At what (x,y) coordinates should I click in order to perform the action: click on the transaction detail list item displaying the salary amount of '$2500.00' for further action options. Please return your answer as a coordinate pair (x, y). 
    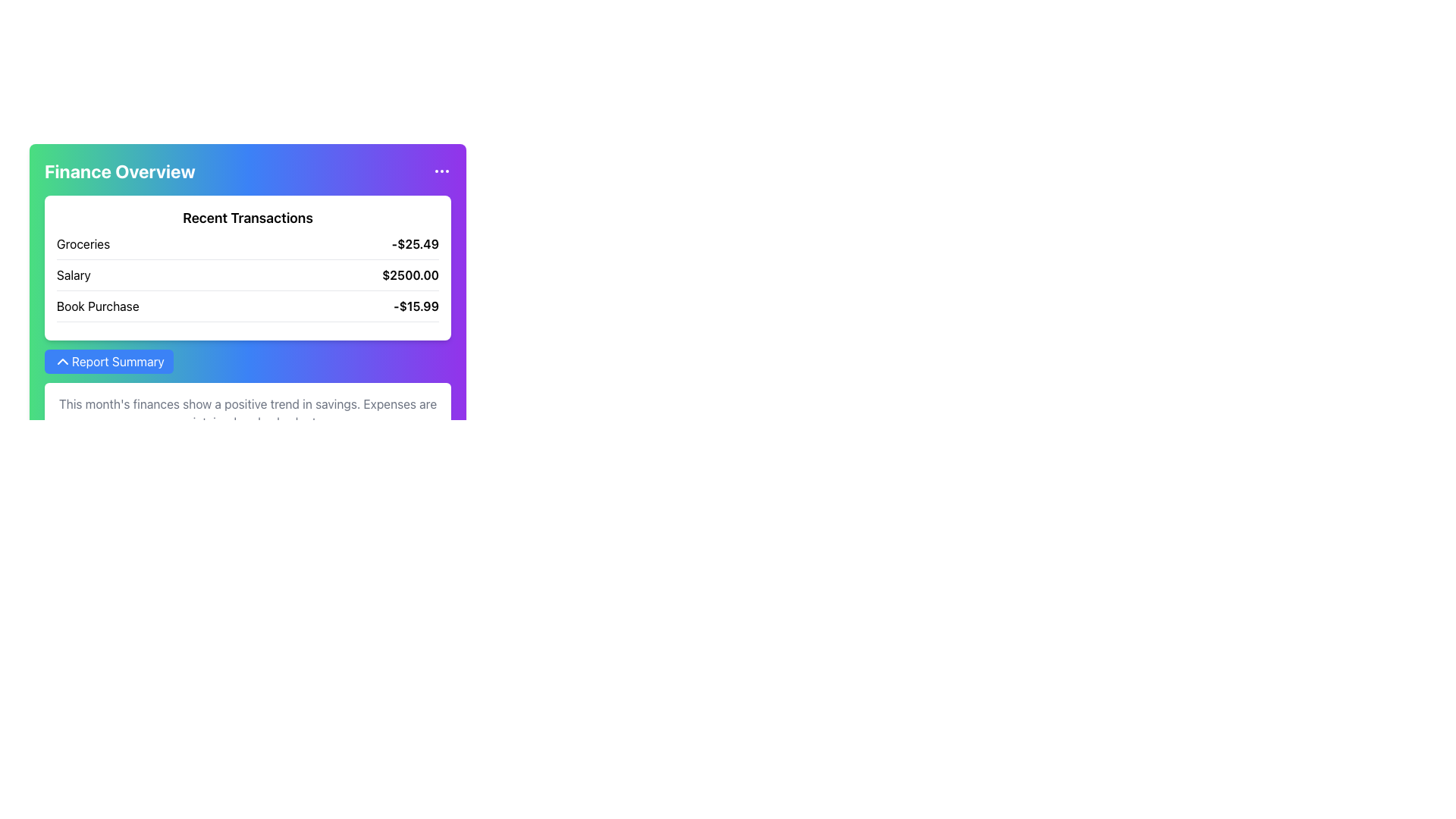
    Looking at the image, I should click on (247, 278).